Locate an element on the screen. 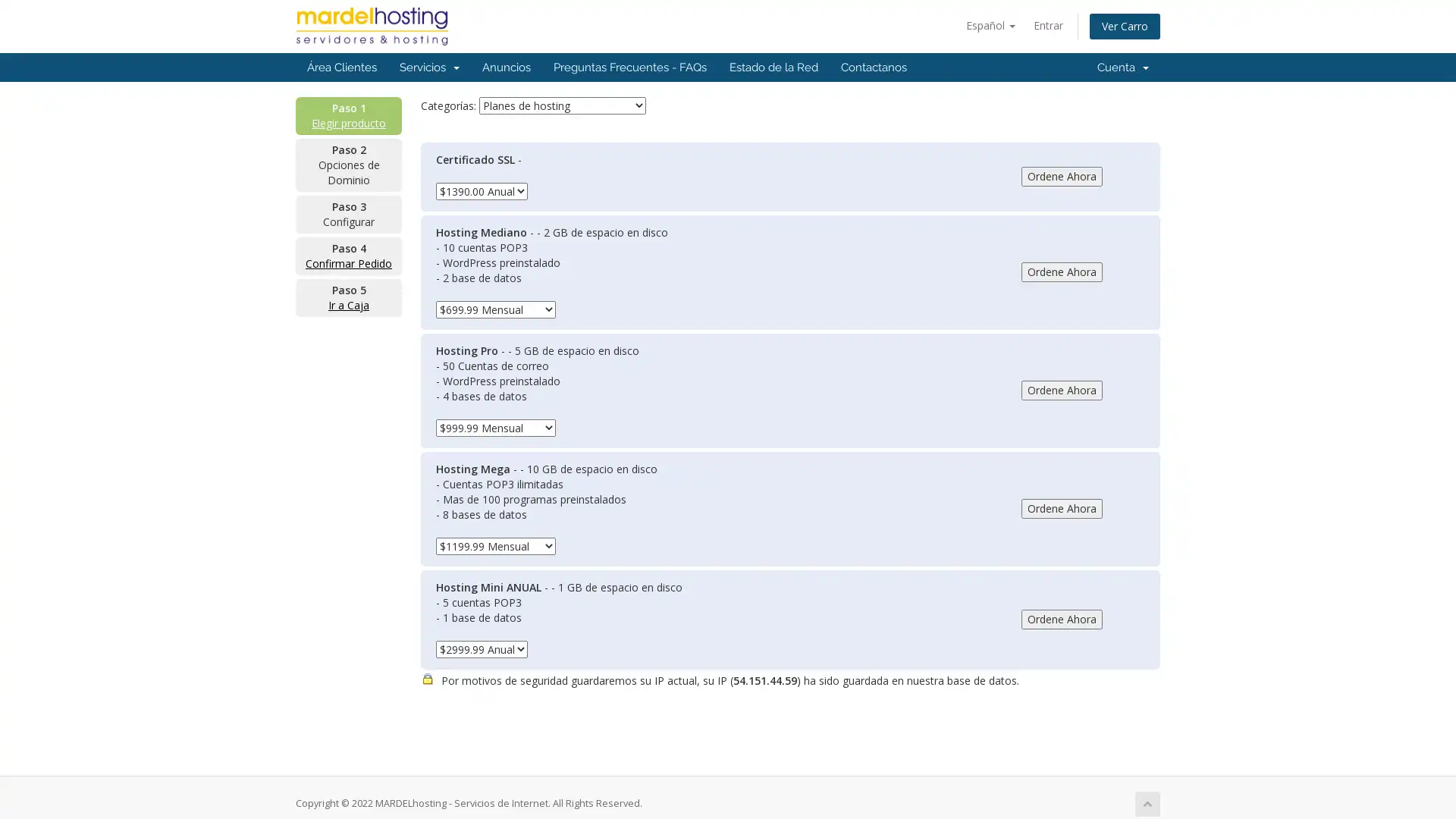 This screenshot has width=1456, height=819. Ordene Ahora is located at coordinates (1061, 271).